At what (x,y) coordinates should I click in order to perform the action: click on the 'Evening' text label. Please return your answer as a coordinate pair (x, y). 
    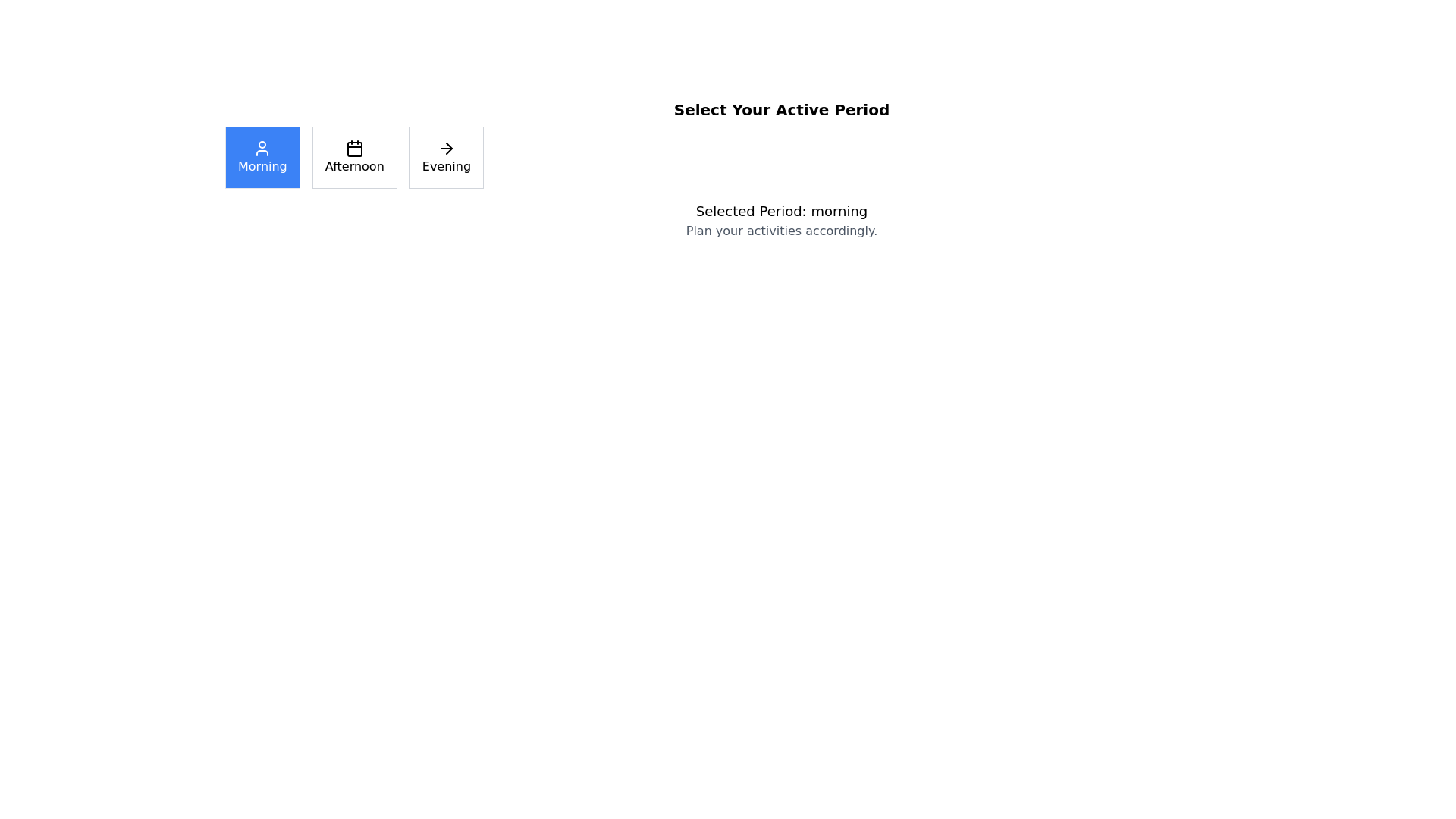
    Looking at the image, I should click on (445, 166).